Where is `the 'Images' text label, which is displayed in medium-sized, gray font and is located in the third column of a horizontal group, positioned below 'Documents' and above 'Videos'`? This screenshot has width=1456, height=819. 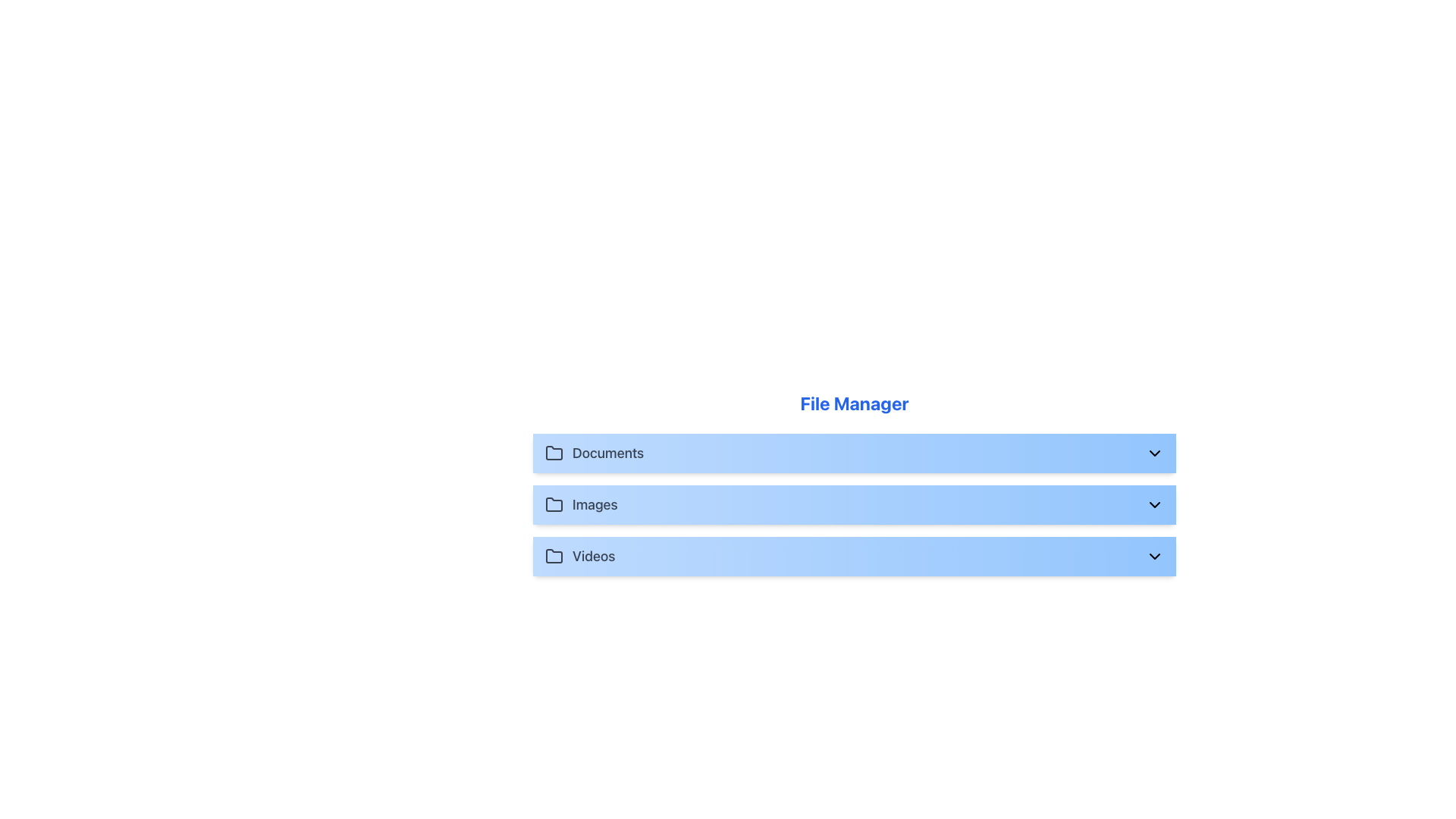 the 'Images' text label, which is displayed in medium-sized, gray font and is located in the third column of a horizontal group, positioned below 'Documents' and above 'Videos' is located at coordinates (594, 505).